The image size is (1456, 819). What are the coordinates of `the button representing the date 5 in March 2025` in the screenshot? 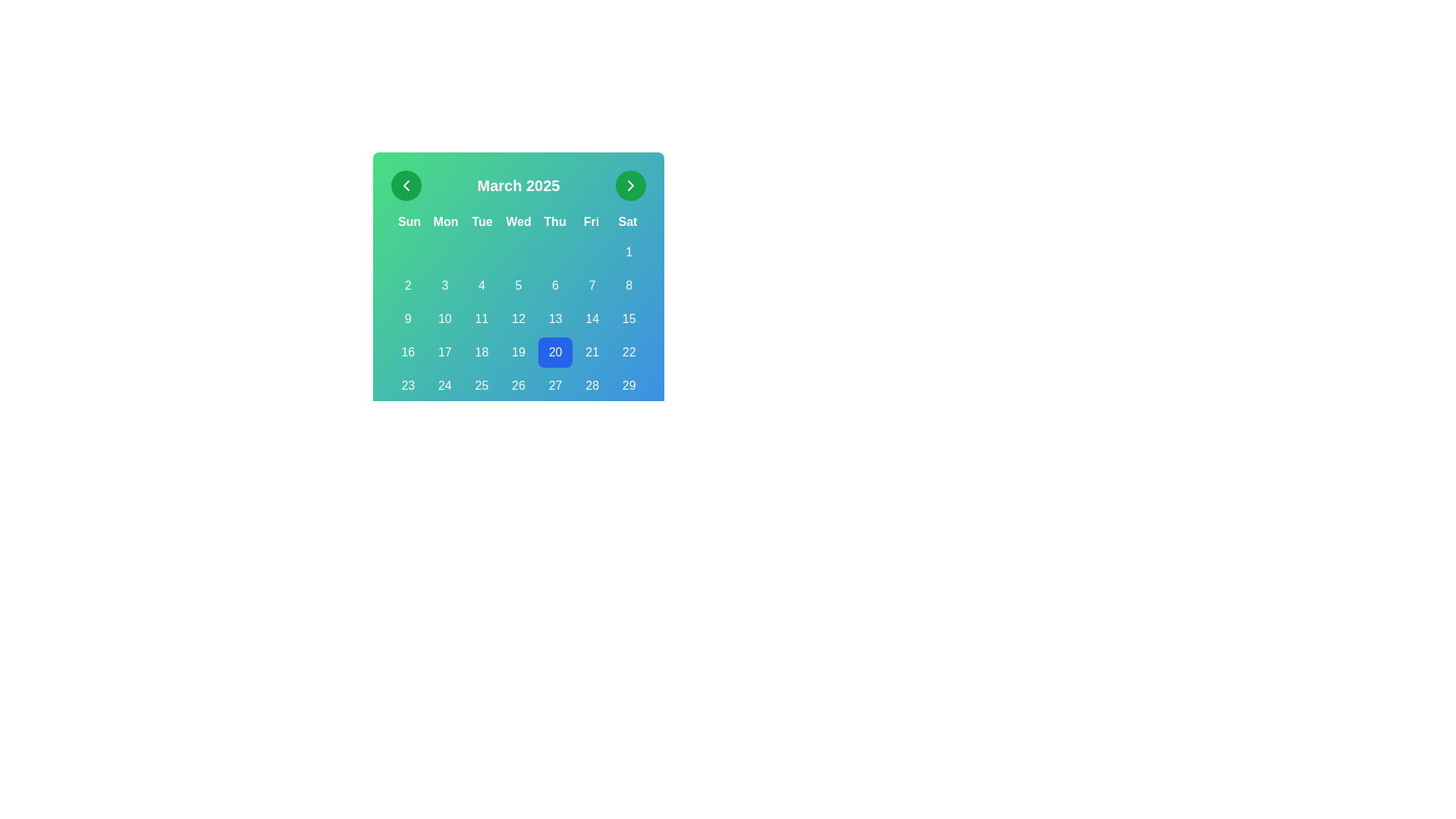 It's located at (518, 286).